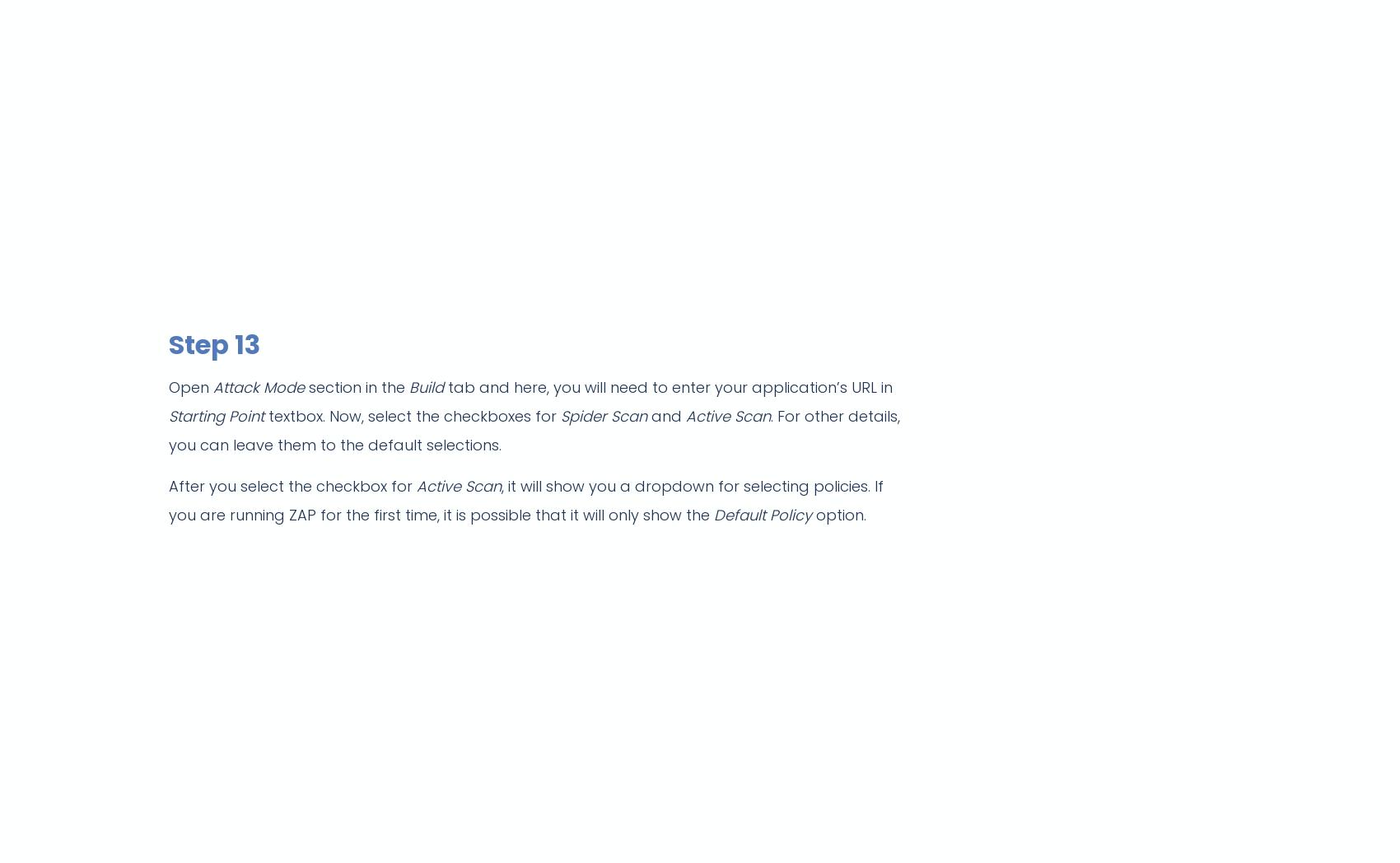 The height and width of the screenshot is (863, 1400). I want to click on 'Attack Mode', so click(259, 386).